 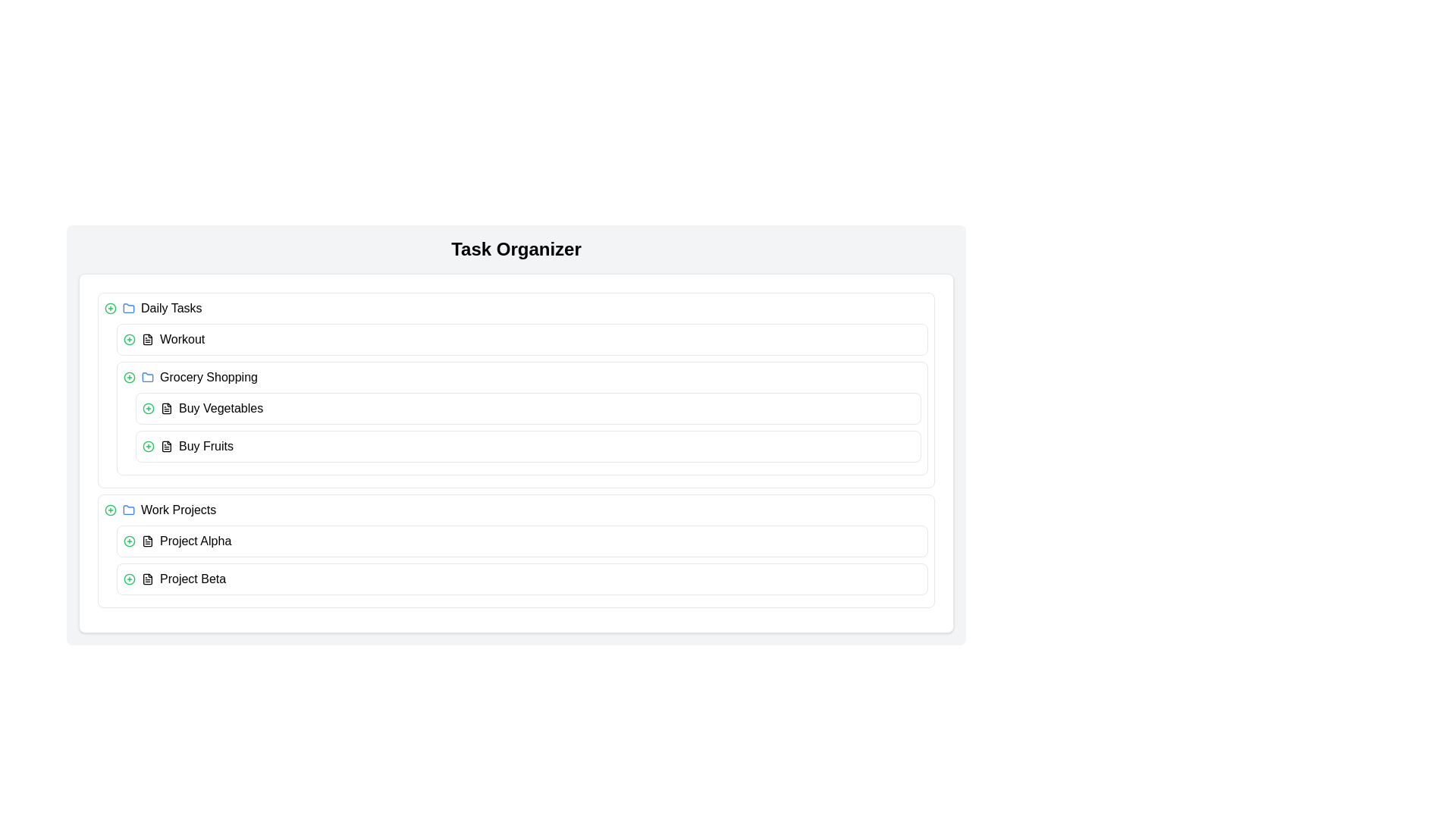 What do you see at coordinates (149, 446) in the screenshot?
I see `the Circle graphic which is part of the green 'add' button` at bounding box center [149, 446].